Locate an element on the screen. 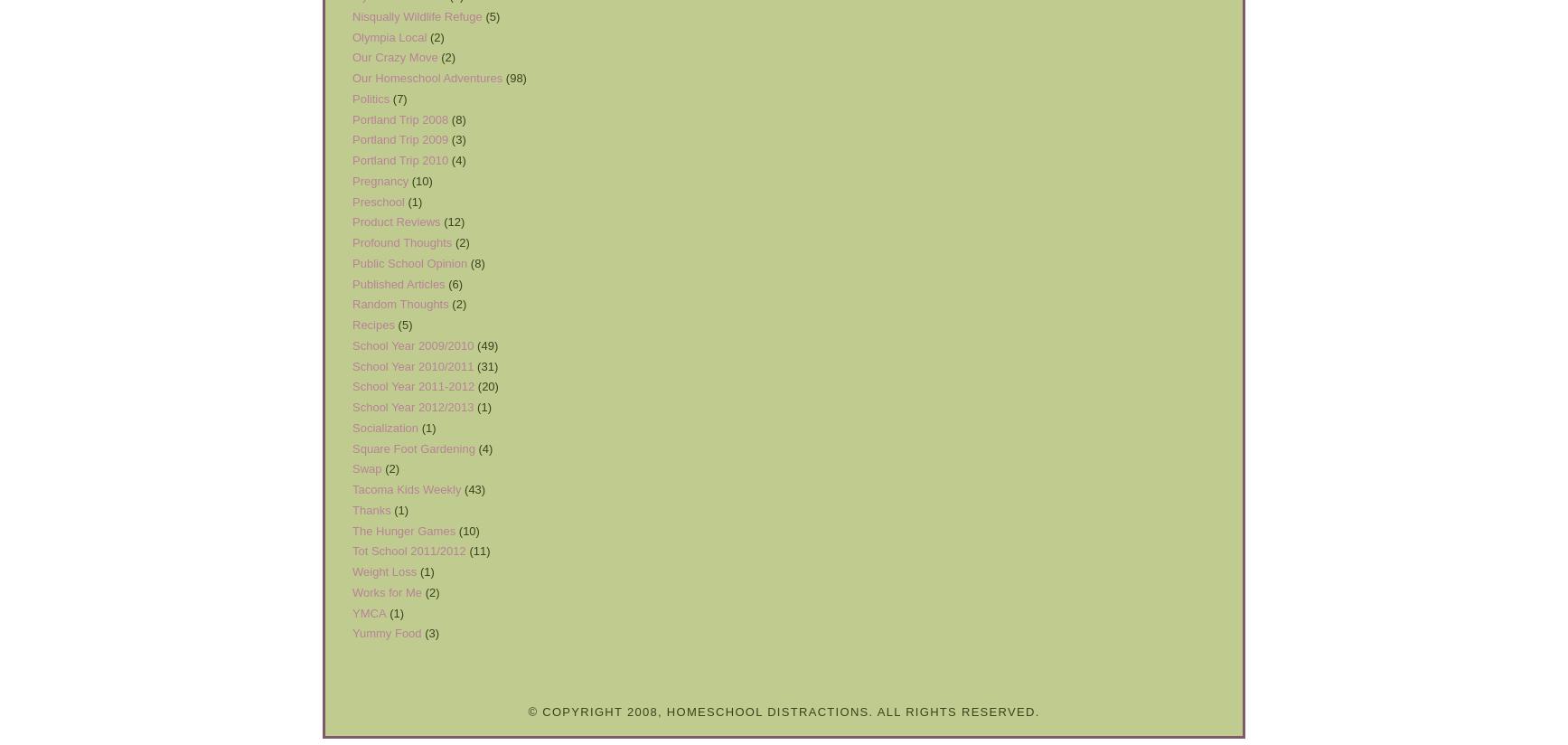  '(98)' is located at coordinates (515, 77).